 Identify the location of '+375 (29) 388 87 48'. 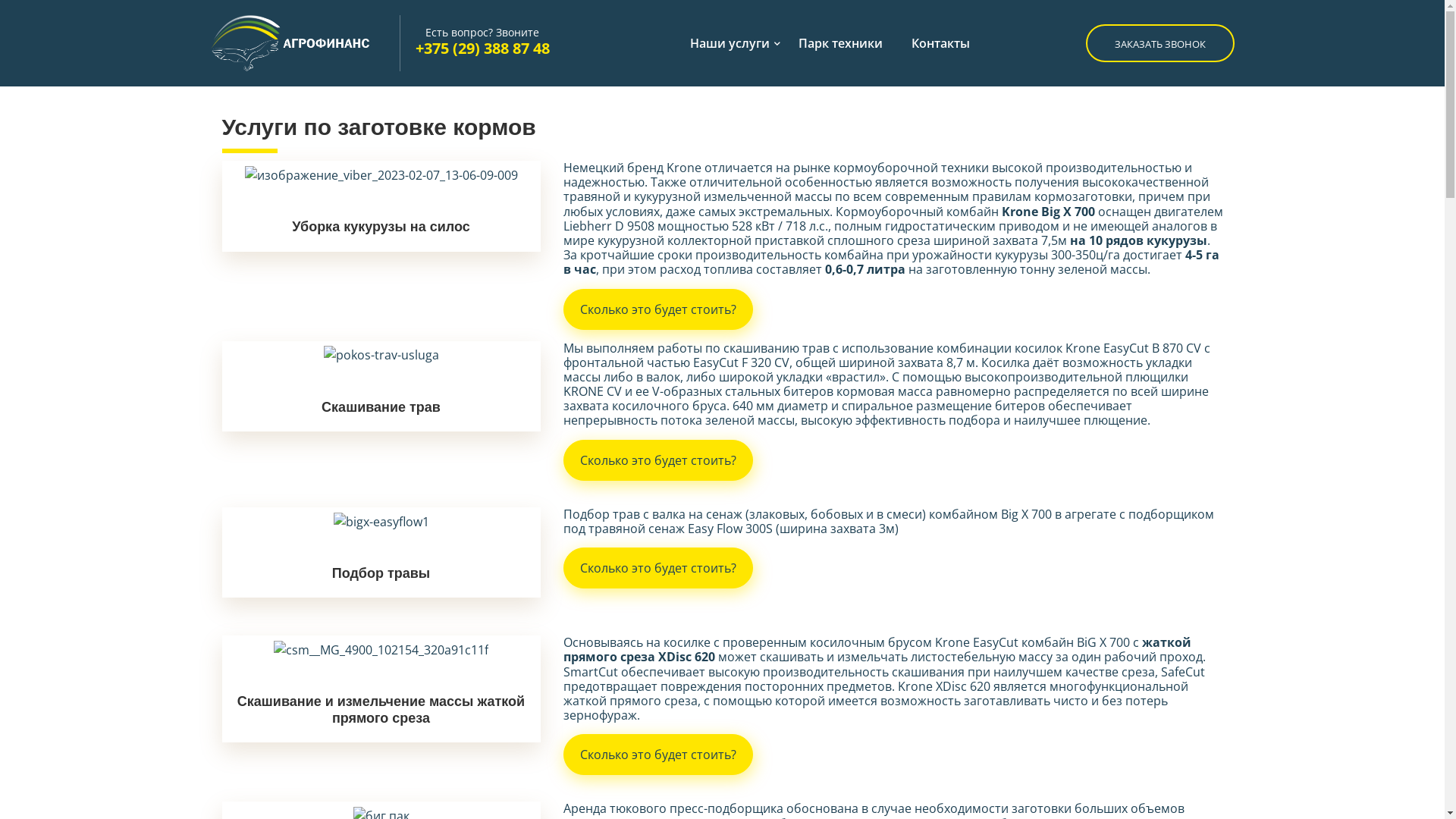
(482, 47).